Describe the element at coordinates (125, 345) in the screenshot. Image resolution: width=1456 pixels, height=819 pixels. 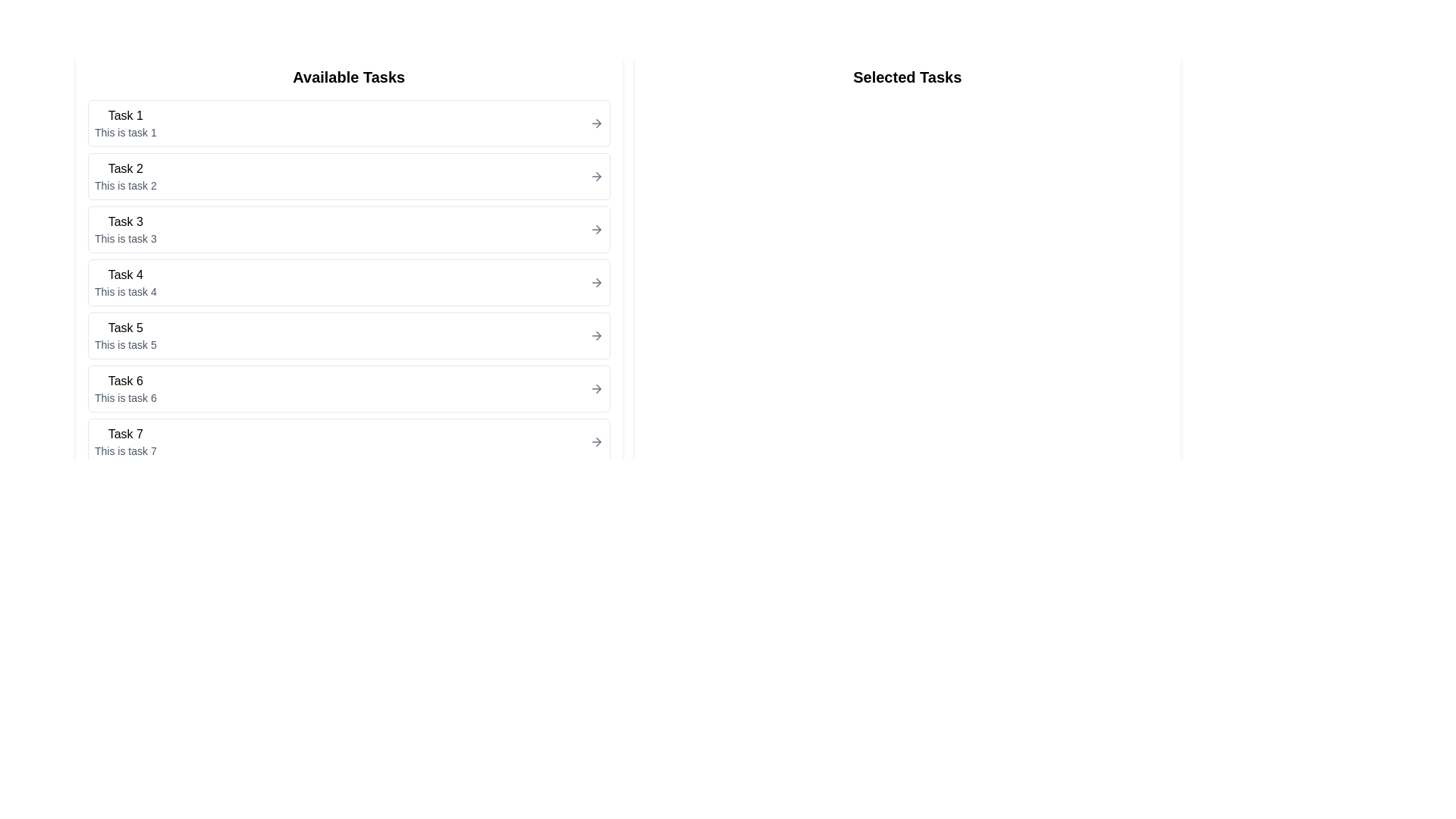
I see `the text label that contains 'This is task 5', which is styled in a small font size and gray color, located below the title 'Task 5' in the 'Available Tasks' section` at that location.